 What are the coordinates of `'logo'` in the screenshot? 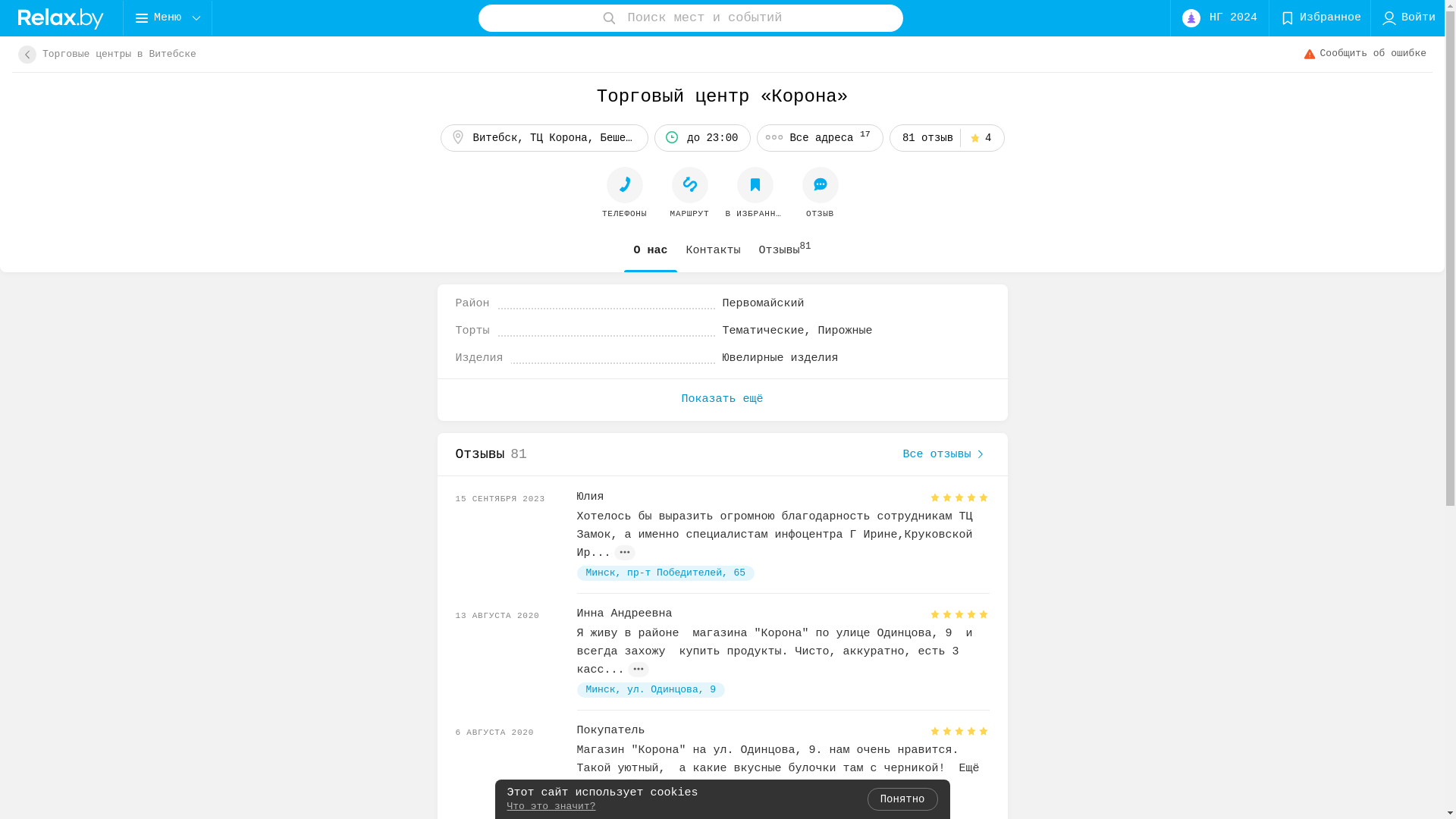 It's located at (61, 17).